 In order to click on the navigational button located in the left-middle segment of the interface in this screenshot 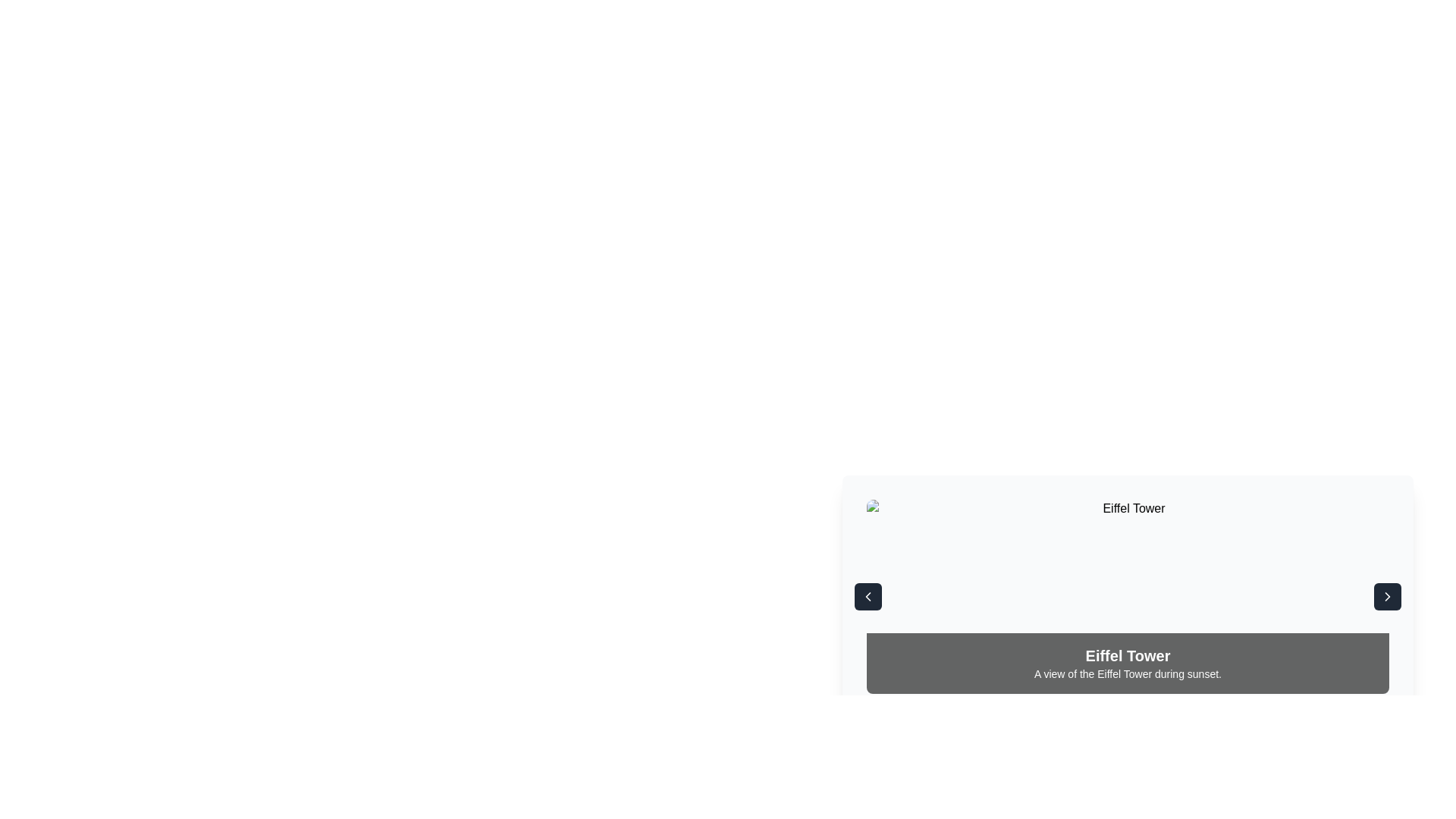, I will do `click(868, 595)`.